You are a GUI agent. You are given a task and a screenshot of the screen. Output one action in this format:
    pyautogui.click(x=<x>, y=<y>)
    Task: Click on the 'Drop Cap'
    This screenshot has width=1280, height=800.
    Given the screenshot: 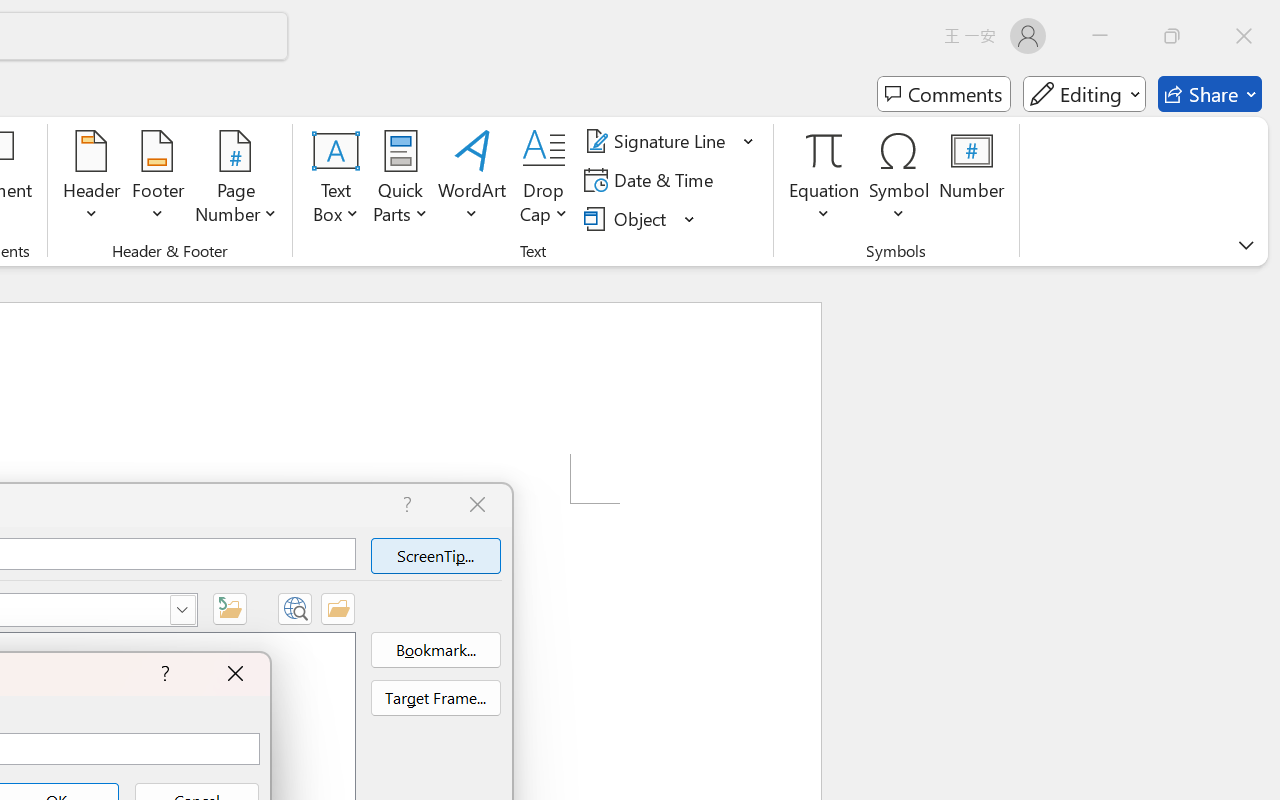 What is the action you would take?
    pyautogui.click(x=544, y=179)
    